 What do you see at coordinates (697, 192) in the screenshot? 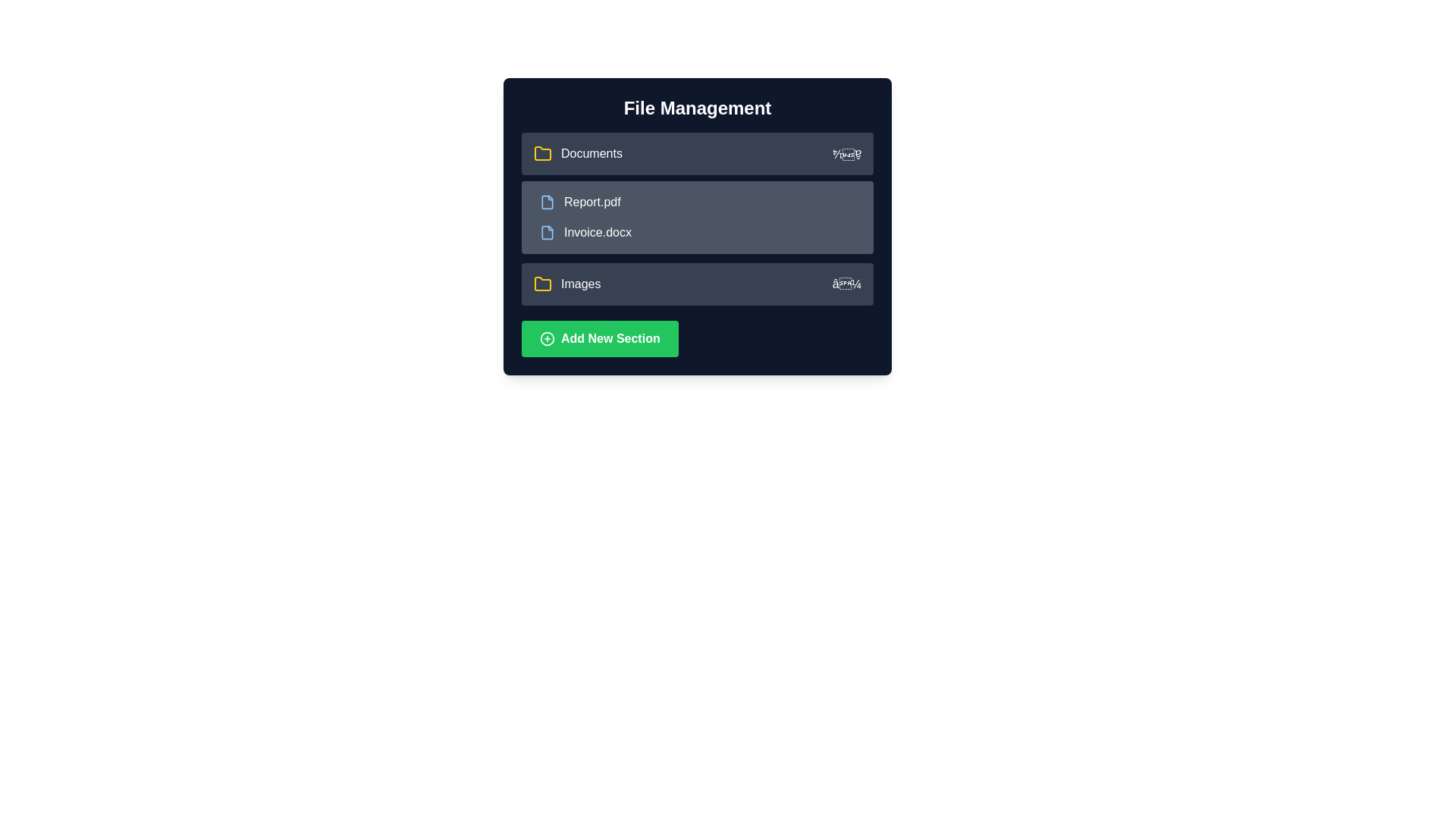
I see `the 'Report.pdf' link` at bounding box center [697, 192].